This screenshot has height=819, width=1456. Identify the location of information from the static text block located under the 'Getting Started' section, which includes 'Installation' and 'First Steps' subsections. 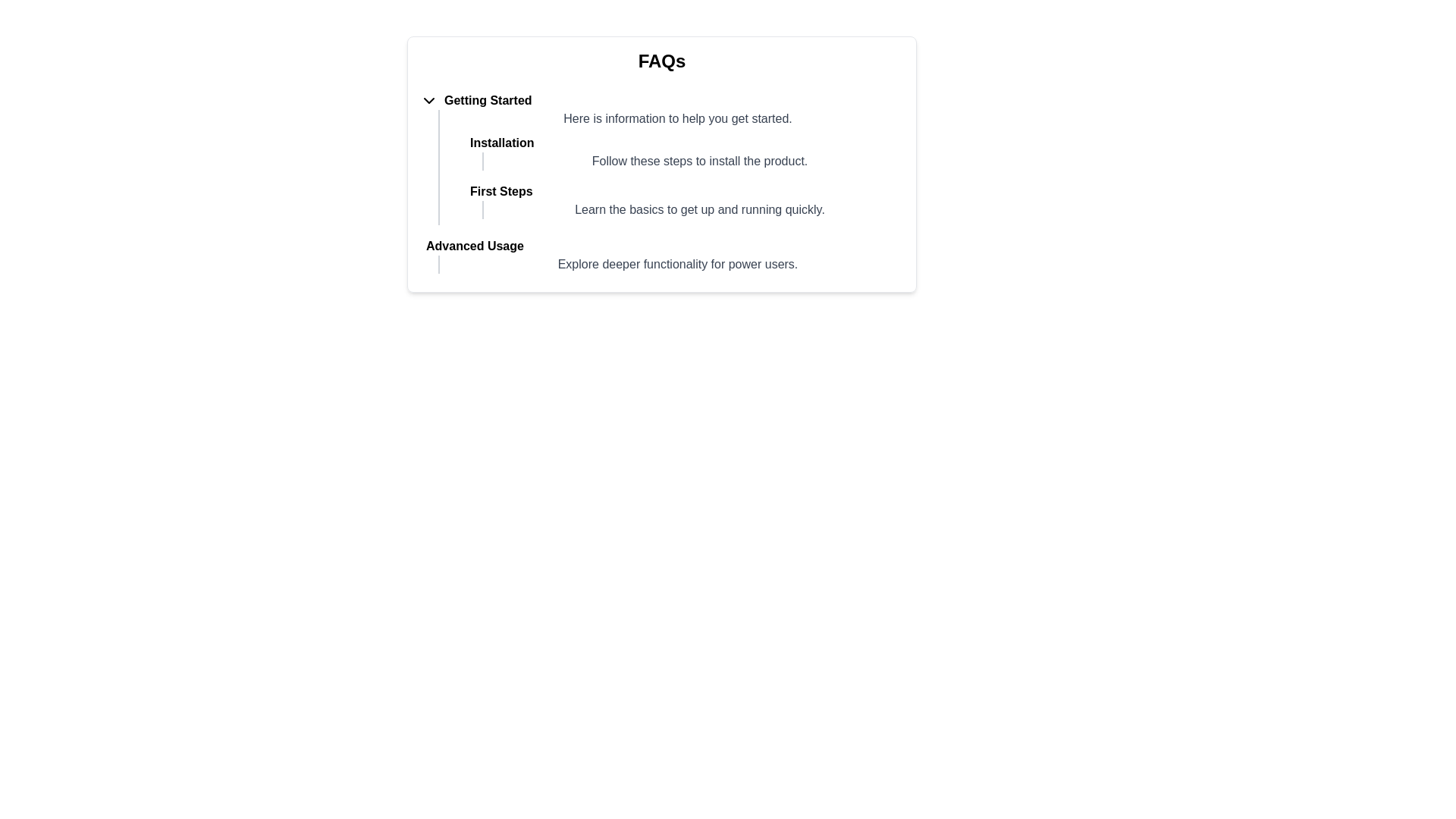
(670, 167).